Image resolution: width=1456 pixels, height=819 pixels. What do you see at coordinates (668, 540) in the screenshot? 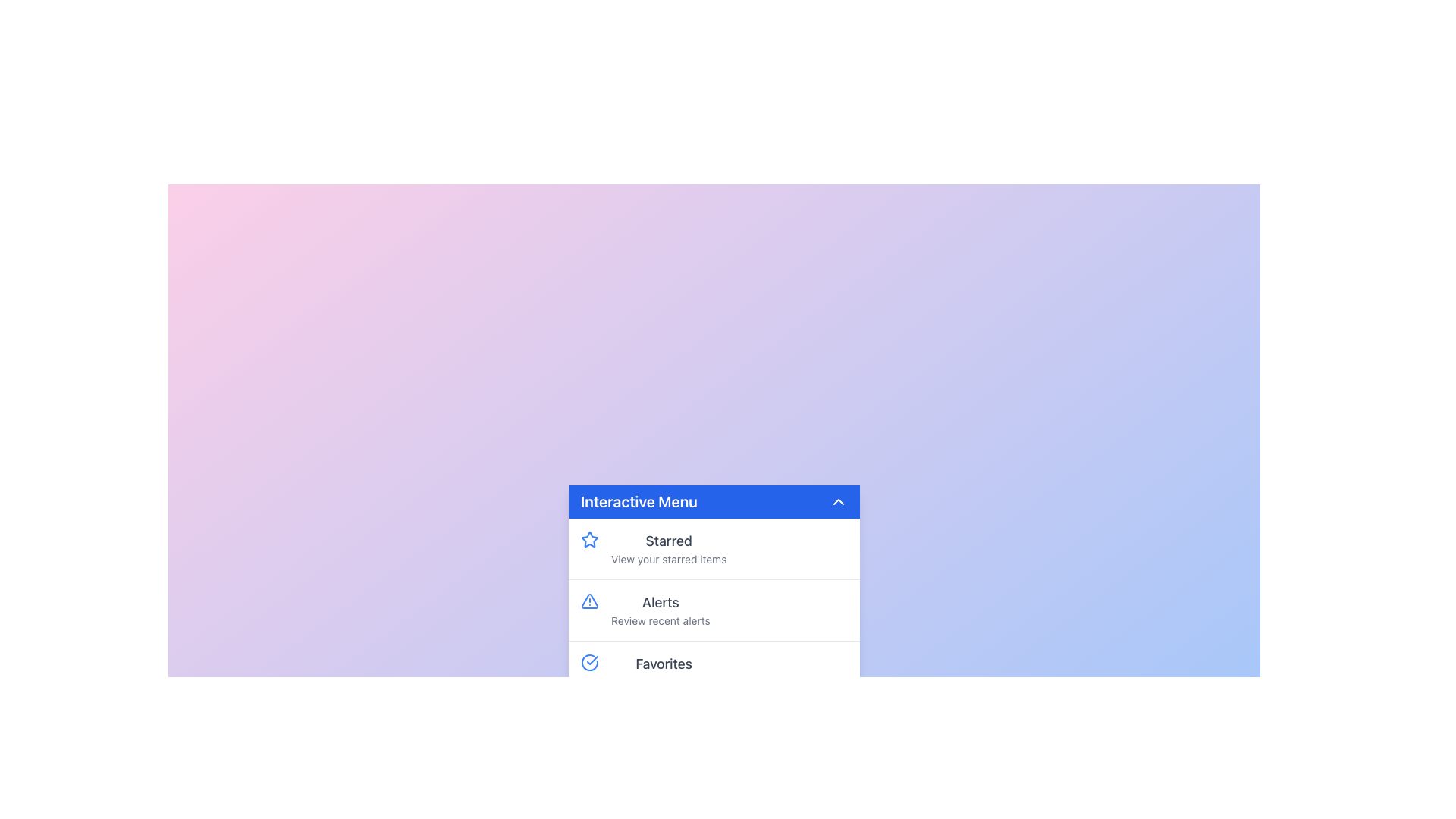
I see `the 'Starred' label, which is a bold, medium-sized text in muted gray, located in the Interactive Menu above the description 'View your starred items'` at bounding box center [668, 540].